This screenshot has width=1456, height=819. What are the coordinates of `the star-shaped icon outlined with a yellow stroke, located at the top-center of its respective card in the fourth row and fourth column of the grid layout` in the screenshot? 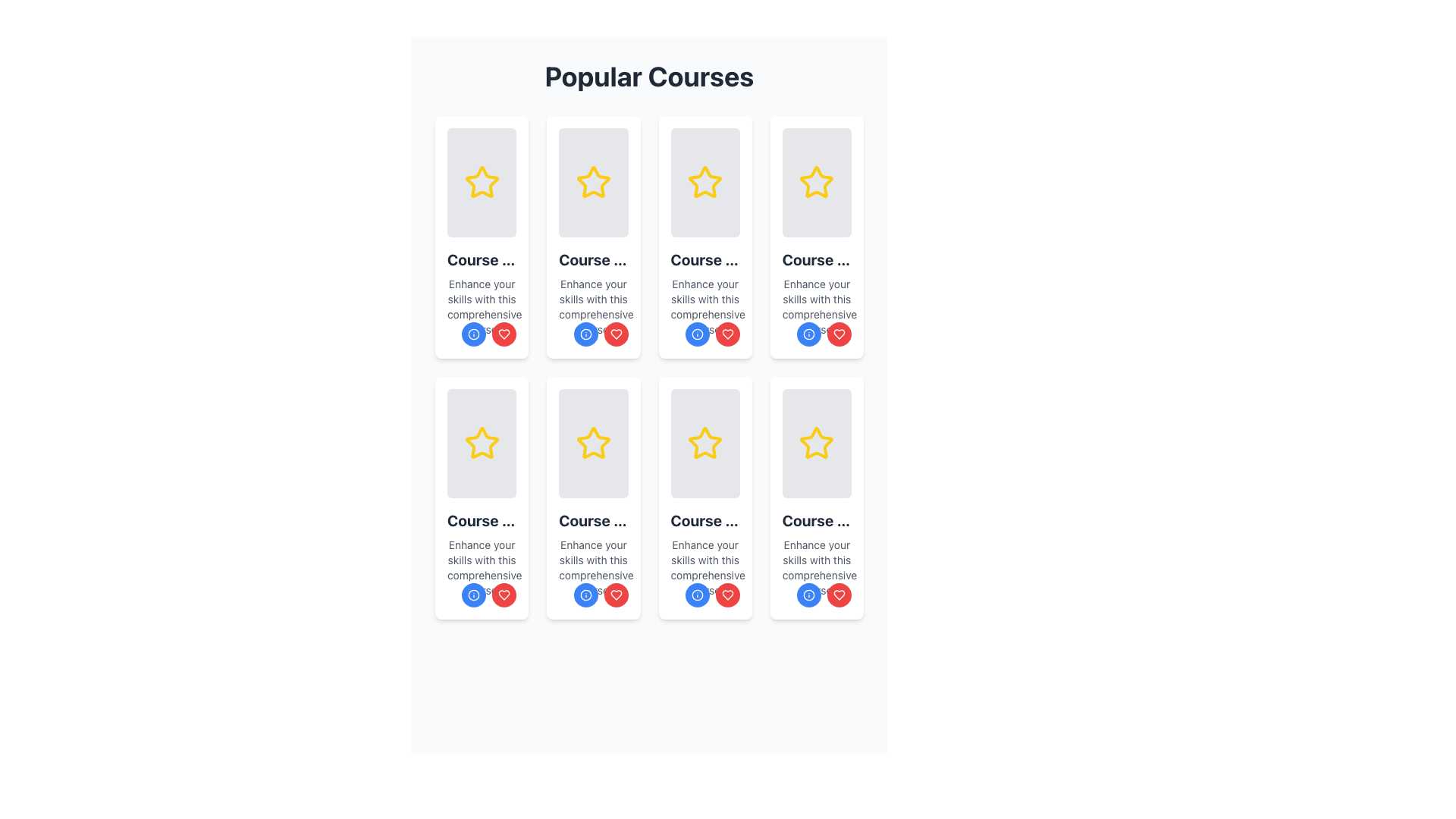 It's located at (816, 444).